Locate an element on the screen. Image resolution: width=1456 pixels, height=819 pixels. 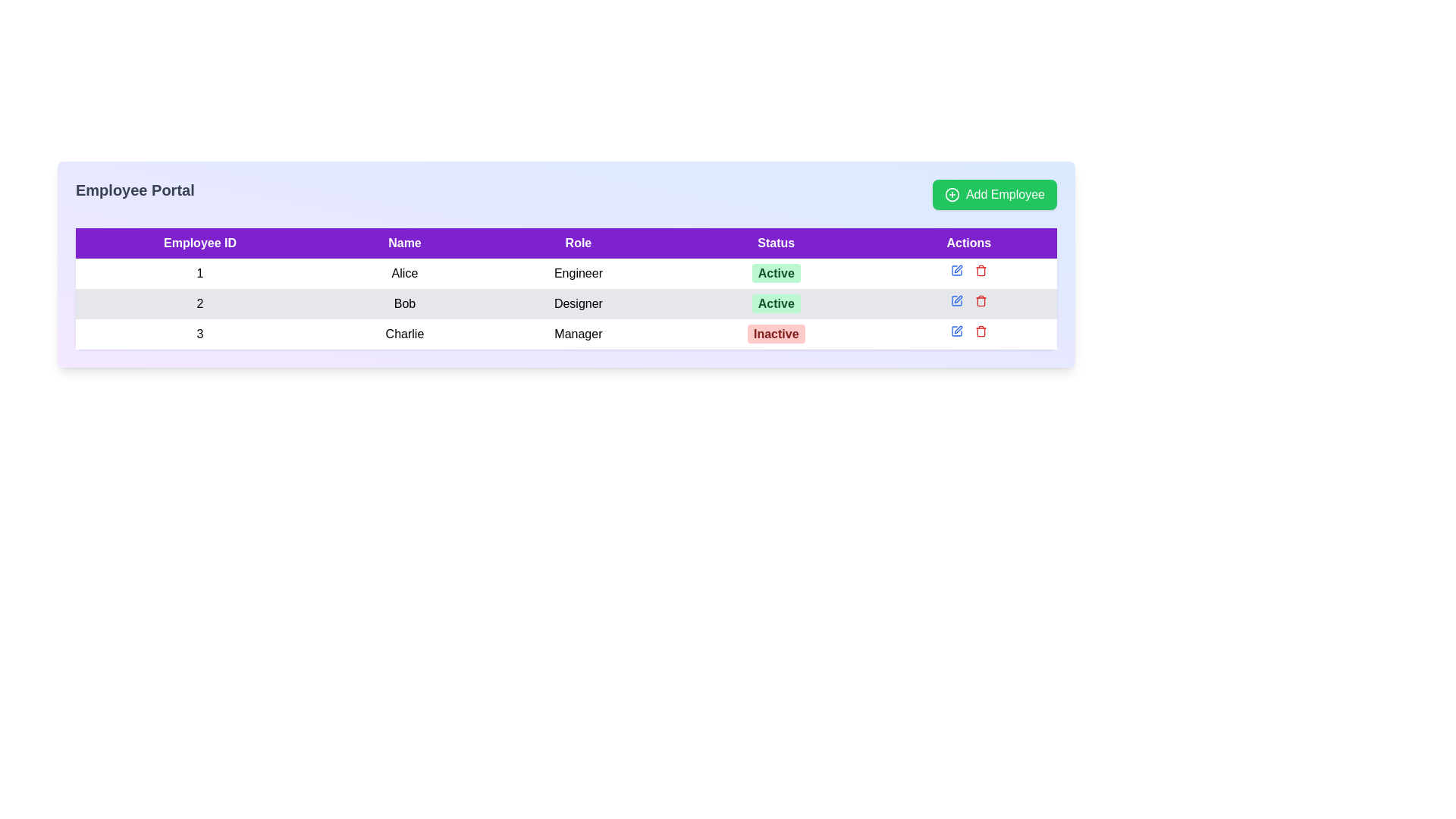
the 'Manager' text label located in the 'Role' column of the table for the entry 'Charlie', which is centered within its cell is located at coordinates (578, 333).